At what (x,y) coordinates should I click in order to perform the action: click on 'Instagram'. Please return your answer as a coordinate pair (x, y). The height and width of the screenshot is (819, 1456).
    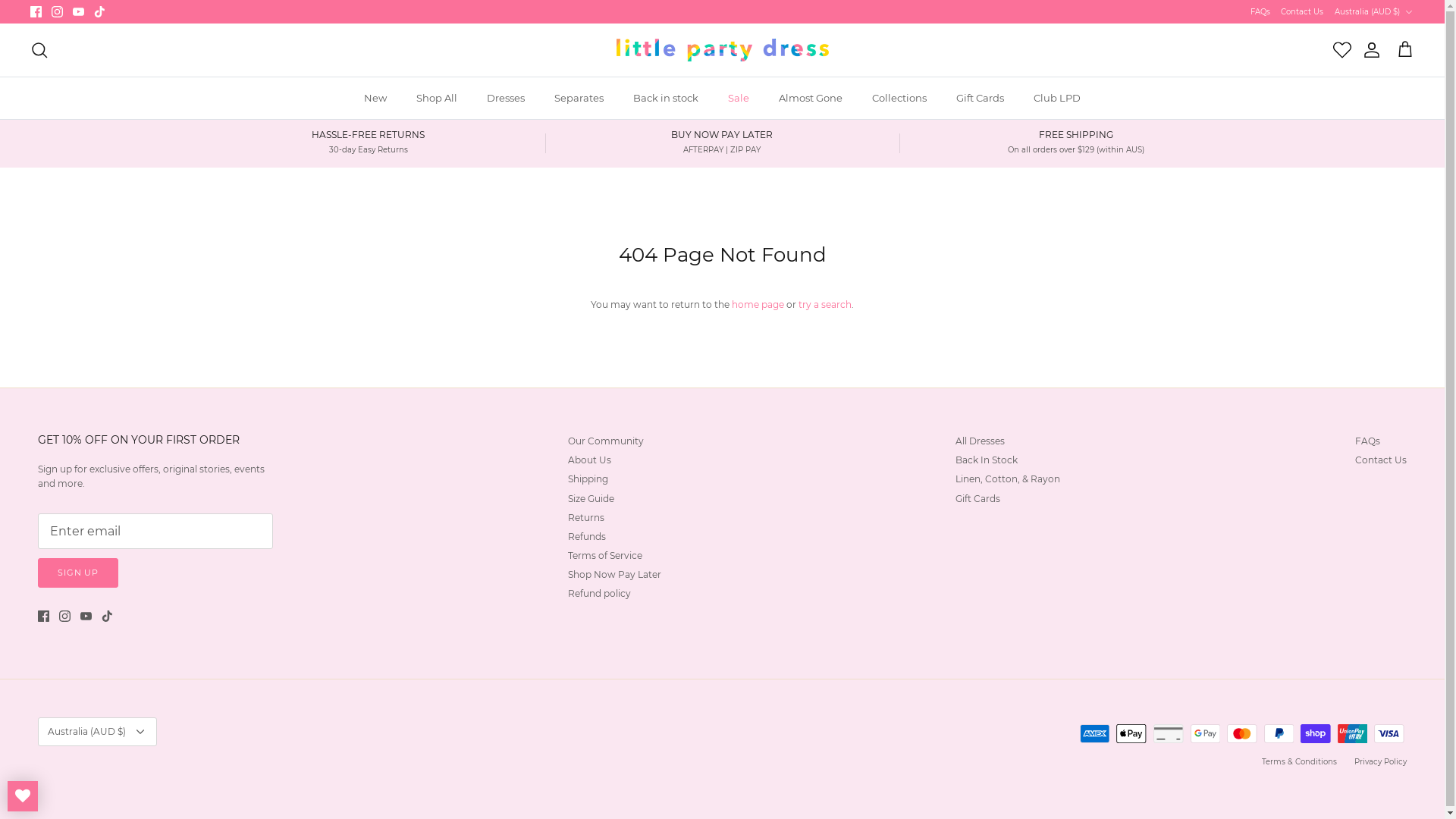
    Looking at the image, I should click on (57, 11).